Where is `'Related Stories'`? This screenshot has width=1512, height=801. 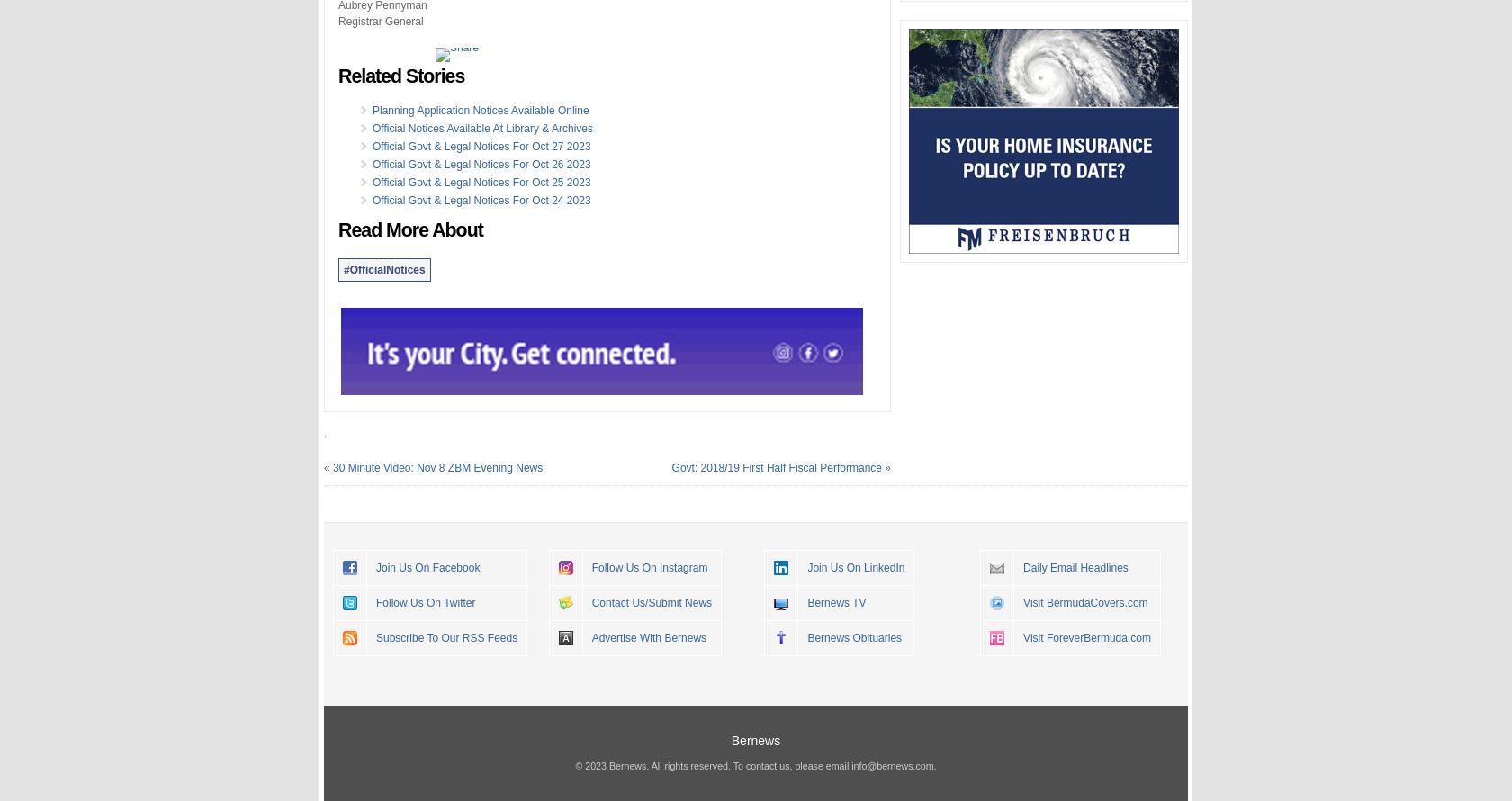 'Related Stories' is located at coordinates (401, 75).